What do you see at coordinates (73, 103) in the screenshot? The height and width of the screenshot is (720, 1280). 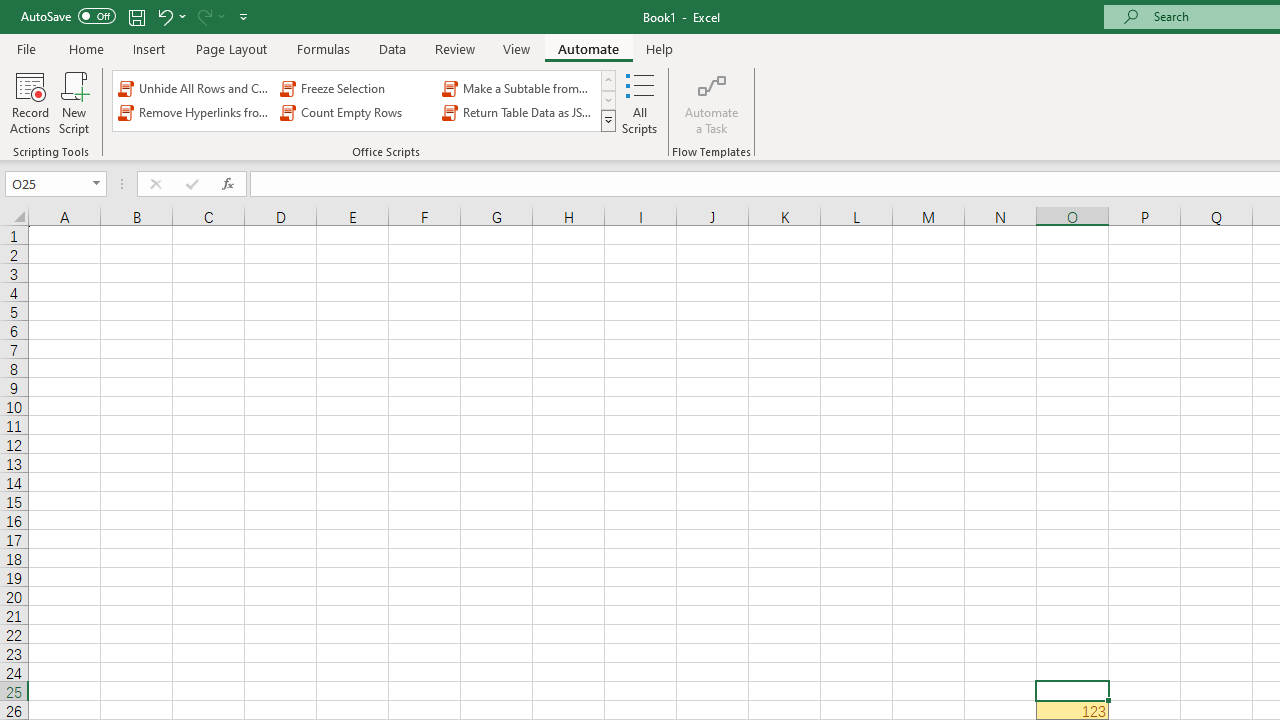 I see `'New Script'` at bounding box center [73, 103].